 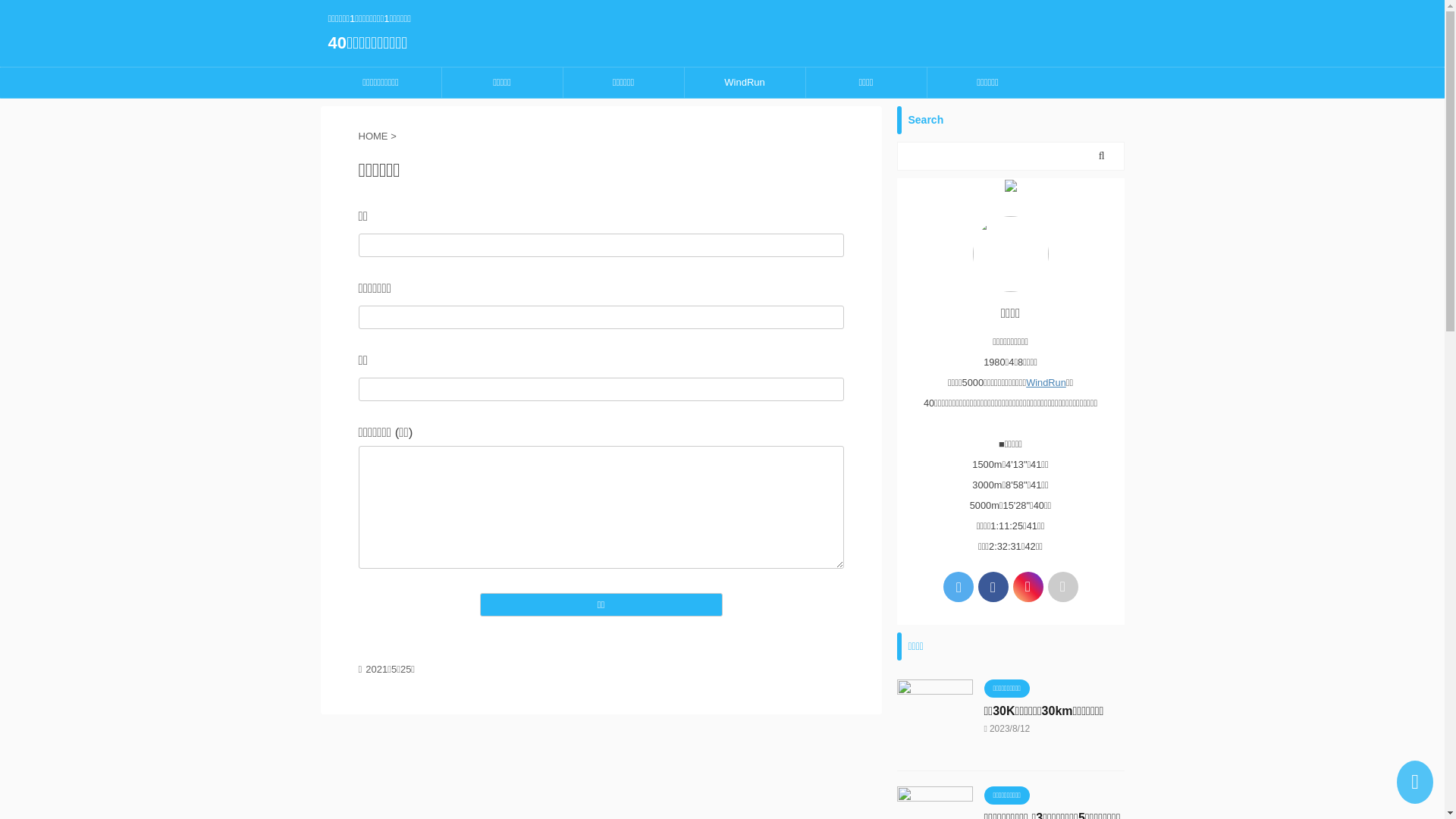 I want to click on 'HOME', so click(x=374, y=135).